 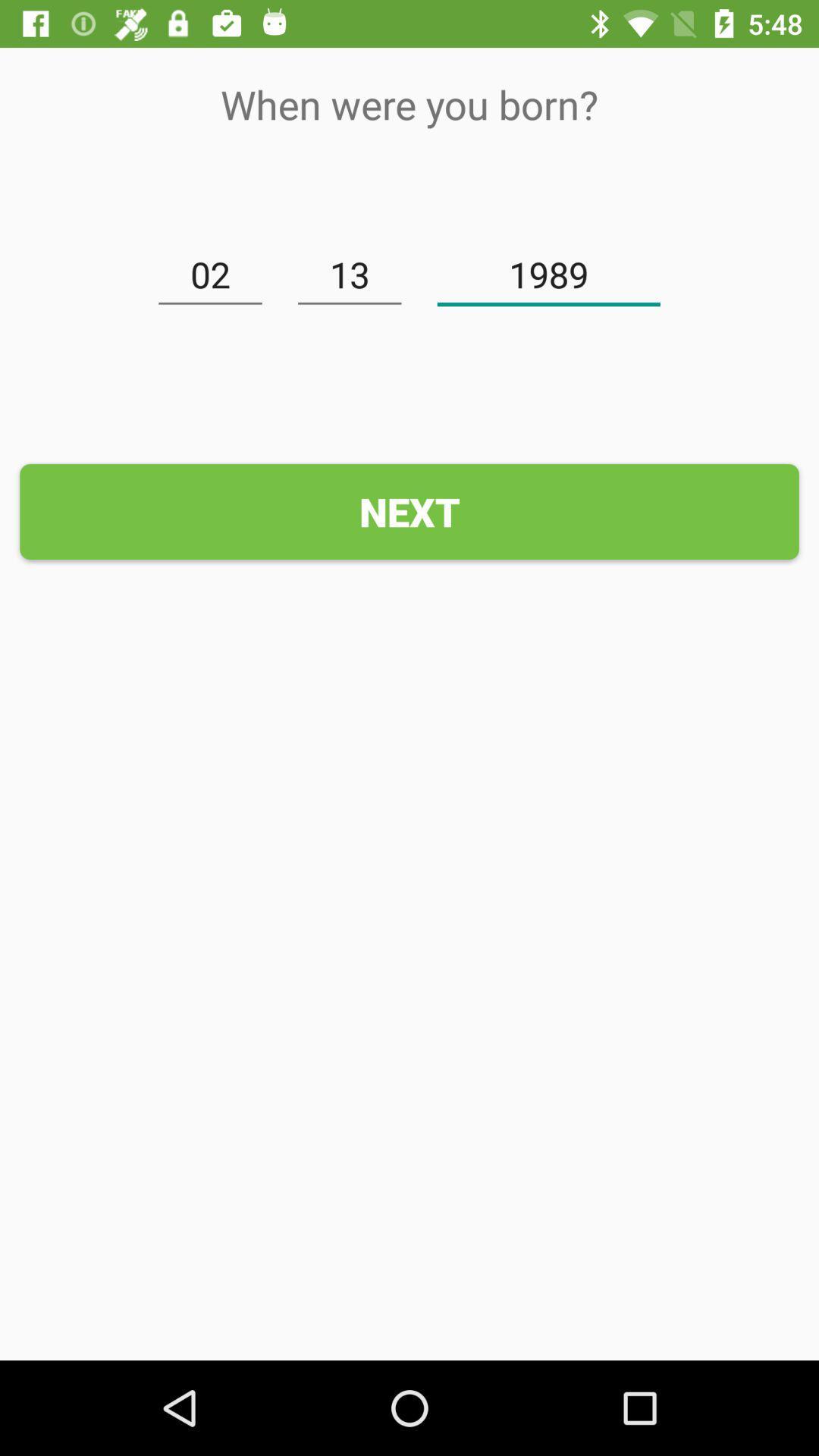 What do you see at coordinates (548, 275) in the screenshot?
I see `the icon below the when were you icon` at bounding box center [548, 275].